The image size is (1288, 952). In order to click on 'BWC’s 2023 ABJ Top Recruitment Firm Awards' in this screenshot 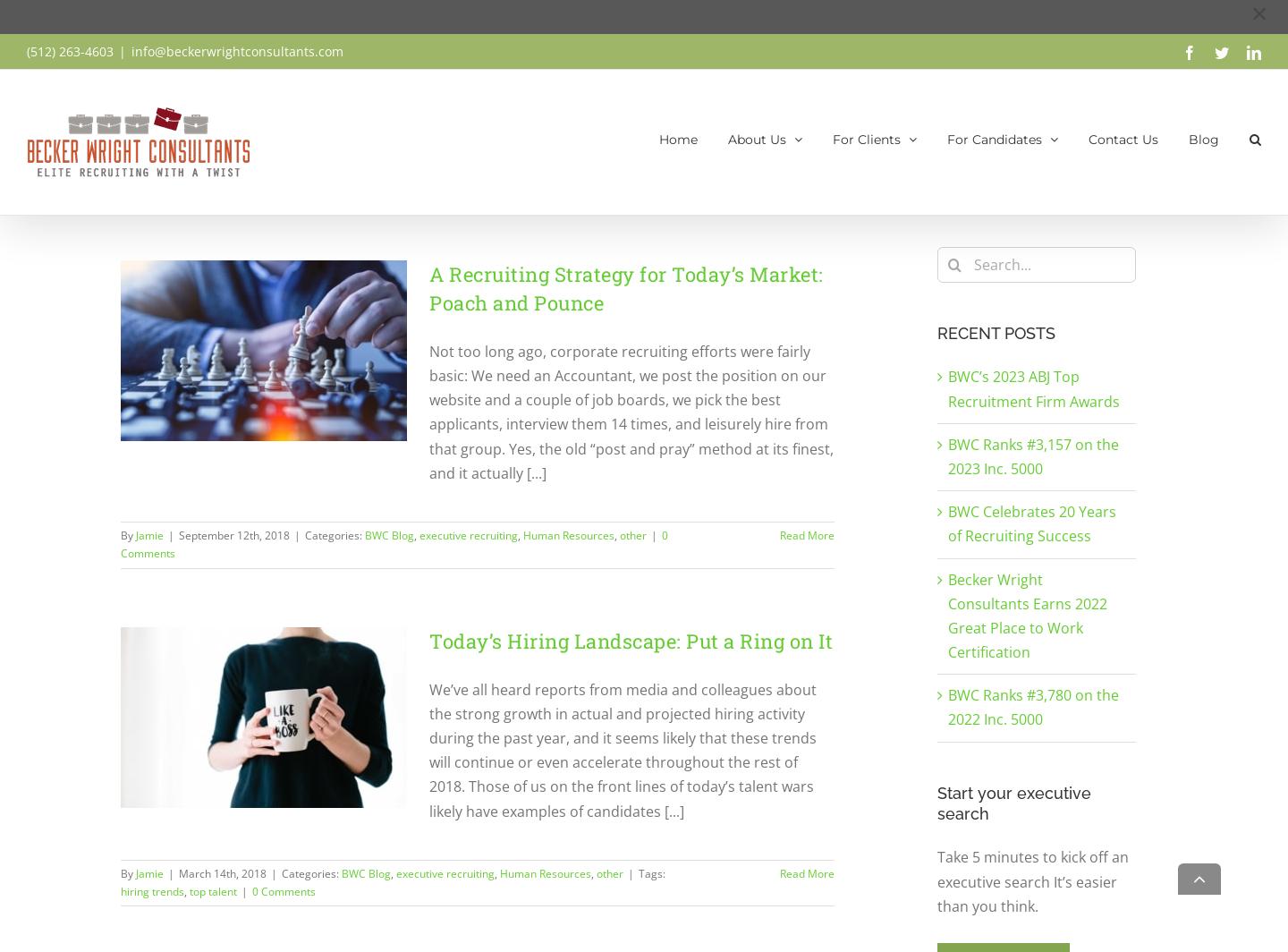, I will do `click(1033, 388)`.